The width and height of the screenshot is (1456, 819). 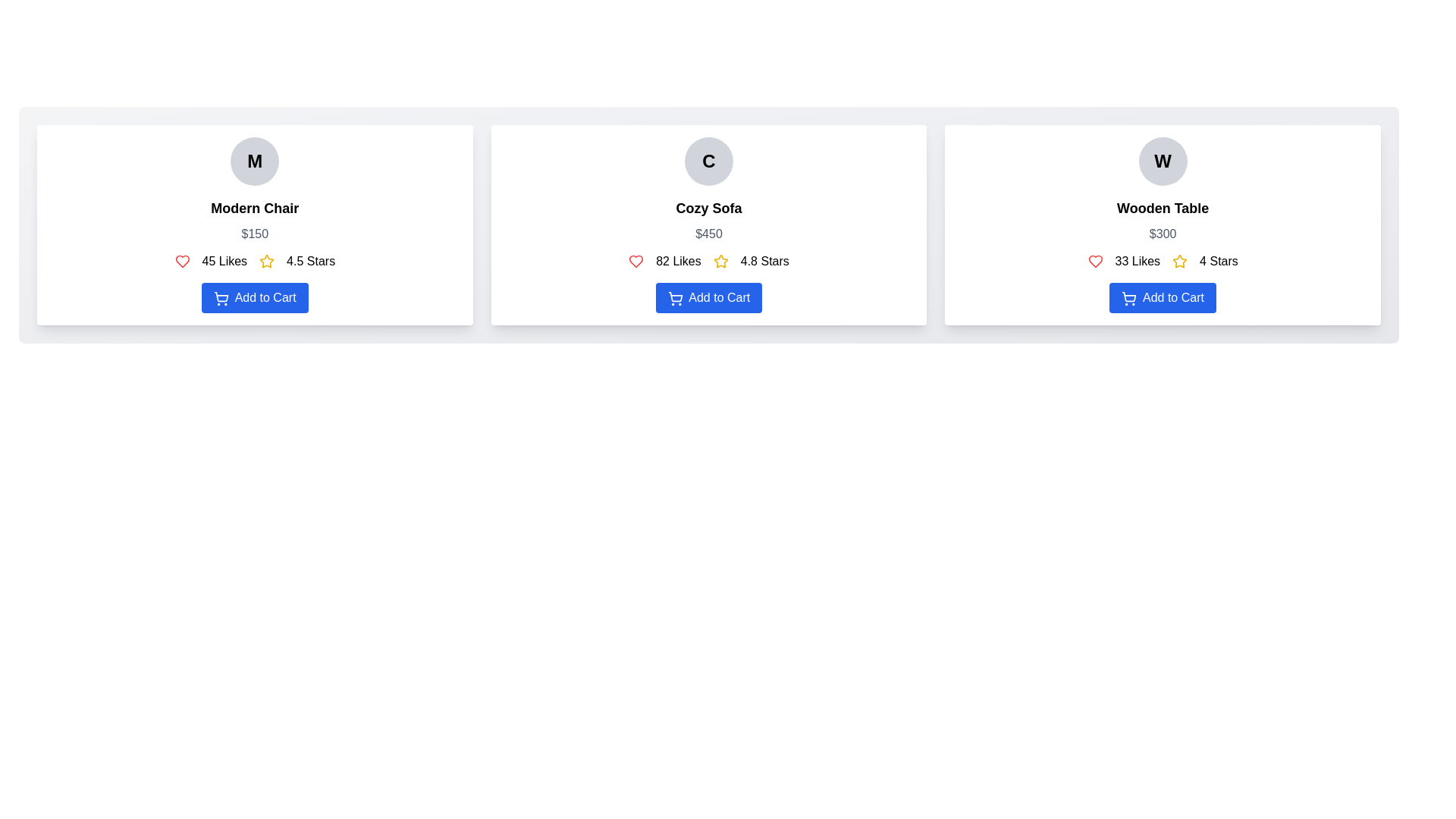 What do you see at coordinates (255, 208) in the screenshot?
I see `text label displaying 'Modern Chair', which is styled in bold and positioned under the circular icon with 'M'` at bounding box center [255, 208].